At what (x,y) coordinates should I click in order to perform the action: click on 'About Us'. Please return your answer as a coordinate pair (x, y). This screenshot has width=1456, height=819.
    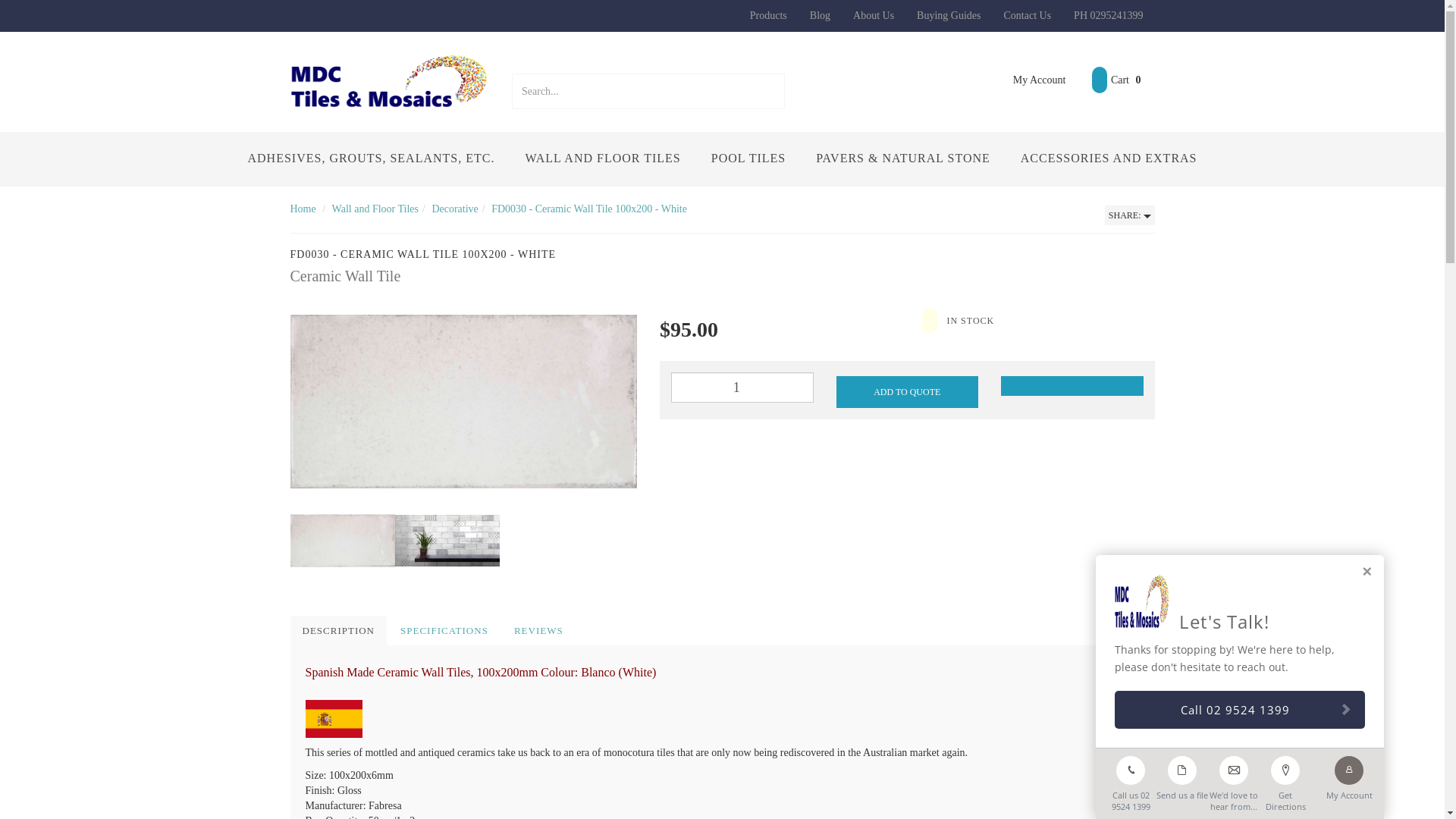
    Looking at the image, I should click on (874, 15).